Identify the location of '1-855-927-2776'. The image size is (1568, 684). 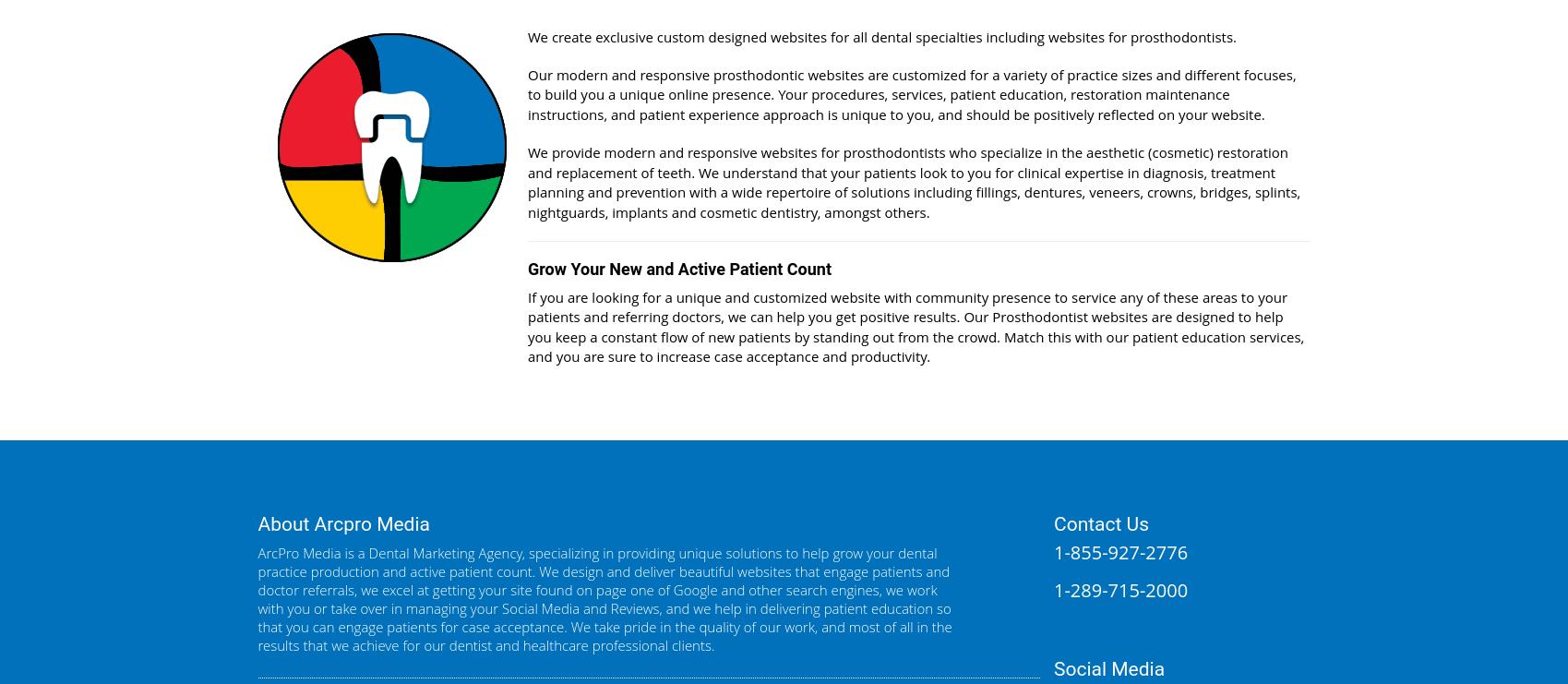
(1120, 551).